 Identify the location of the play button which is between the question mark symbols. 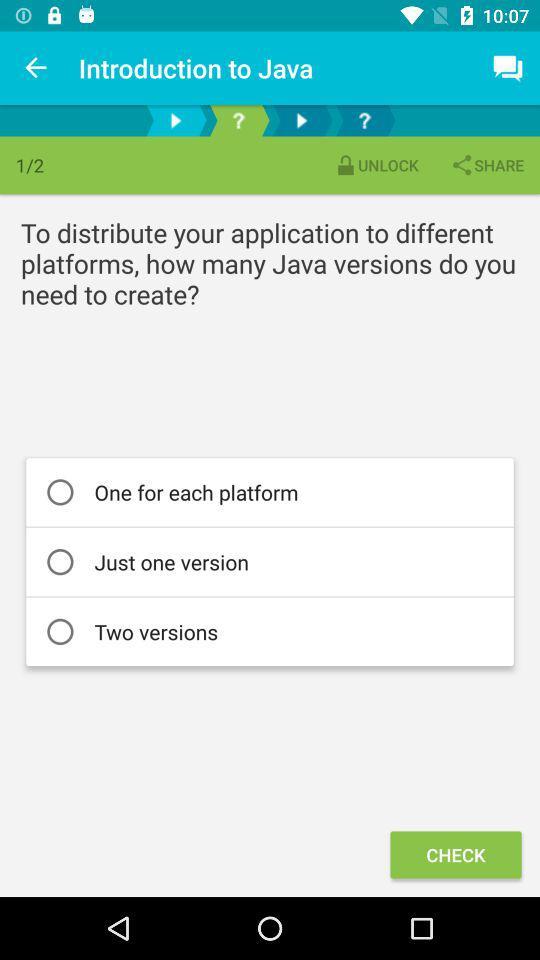
(300, 120).